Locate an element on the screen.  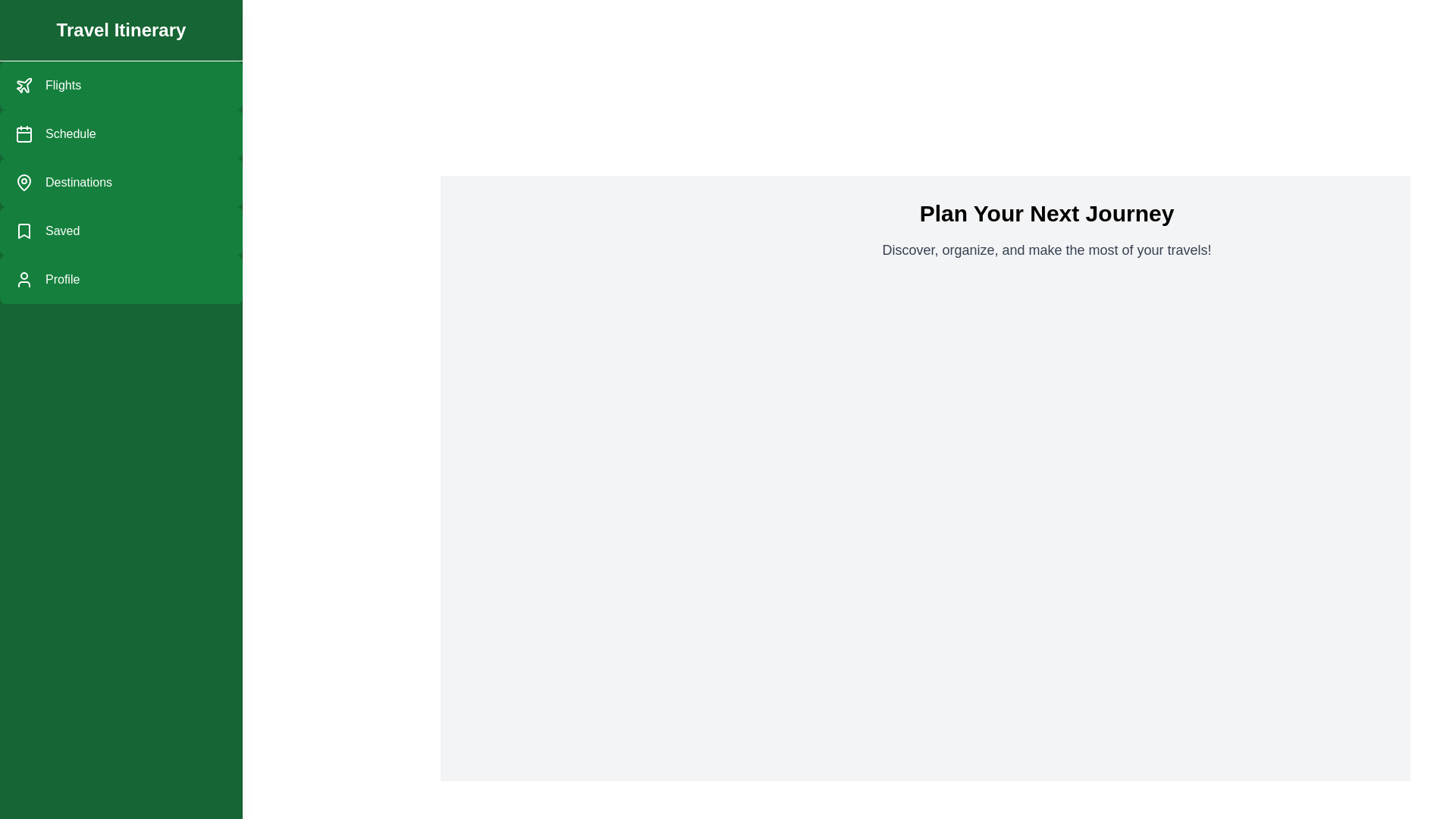
the green rectangle with rounded corners that forms part of the calendar icon in the sidebar menu is located at coordinates (24, 133).